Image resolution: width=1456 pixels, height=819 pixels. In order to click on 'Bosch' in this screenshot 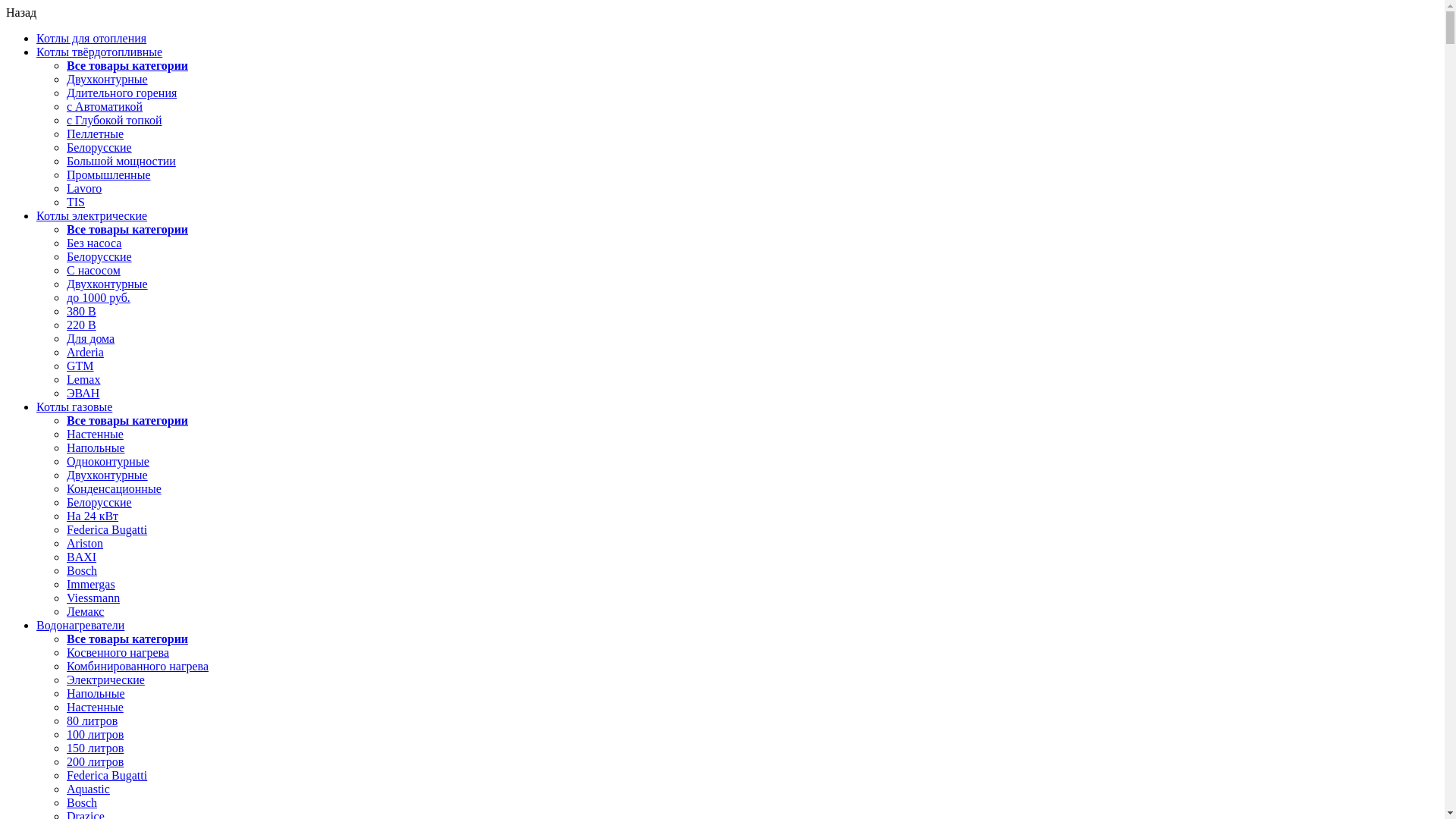, I will do `click(80, 802)`.